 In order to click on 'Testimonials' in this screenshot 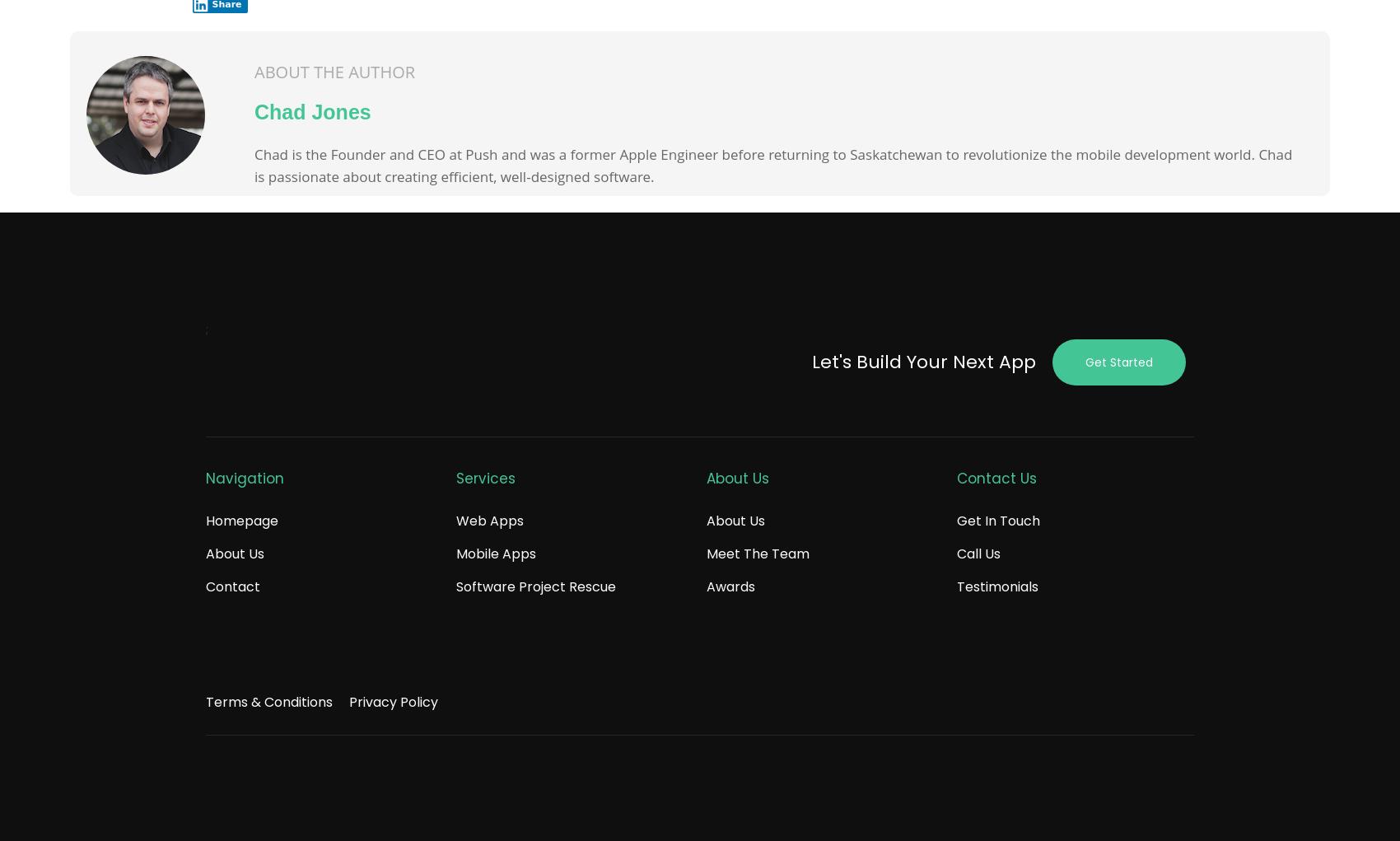, I will do `click(996, 586)`.